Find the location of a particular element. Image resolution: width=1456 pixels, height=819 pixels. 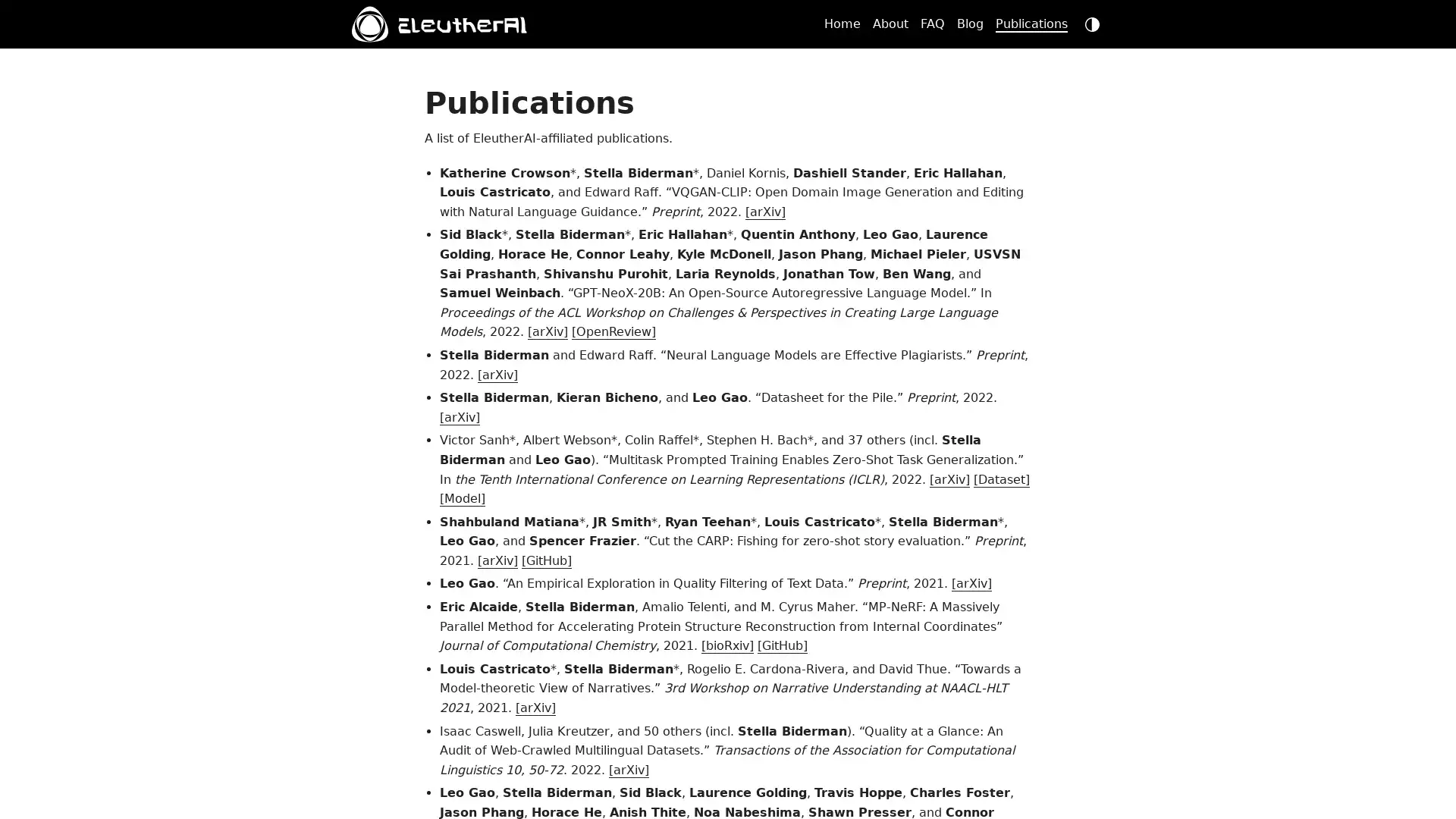

dark mode switch button is located at coordinates (1092, 24).